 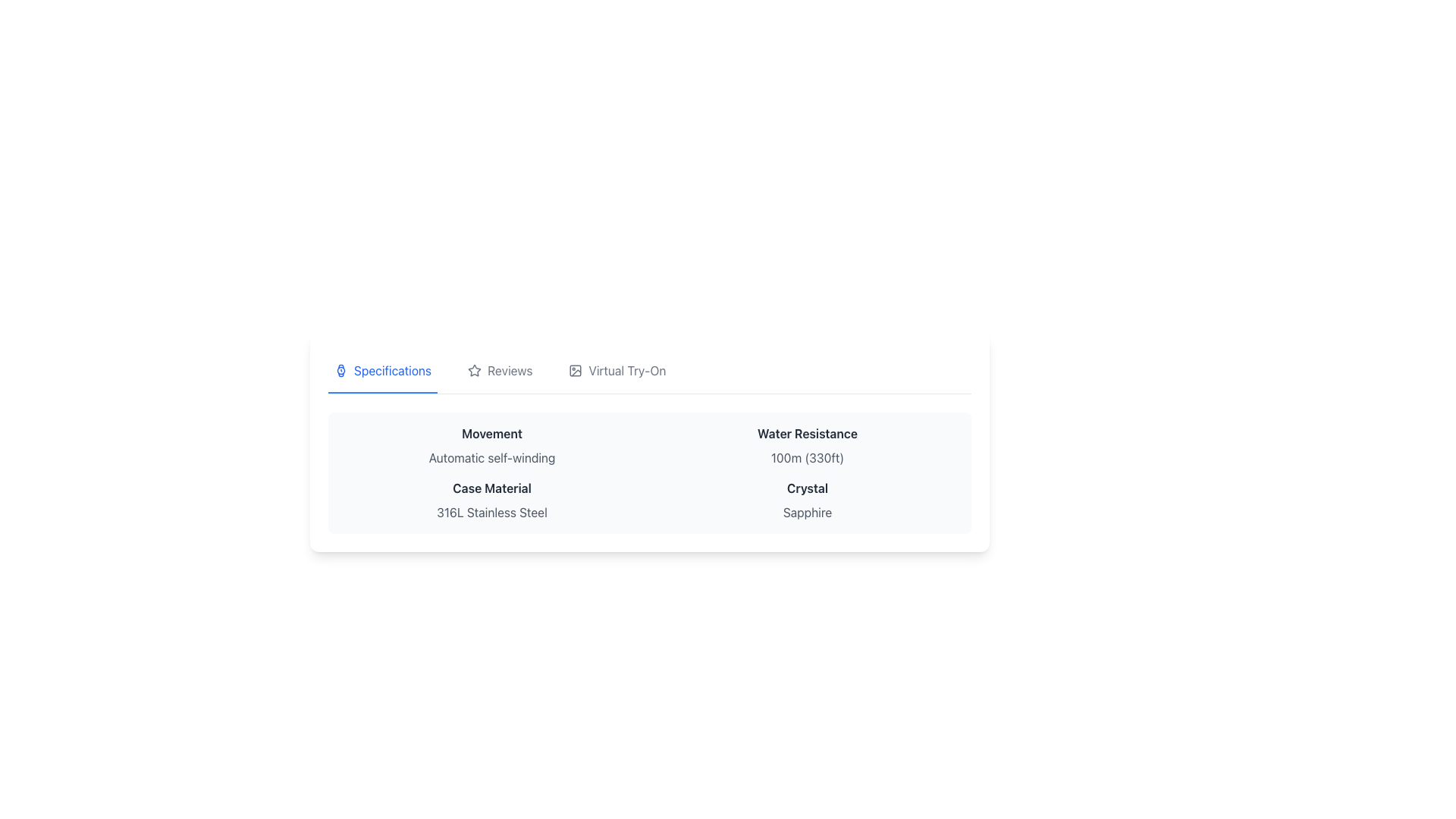 What do you see at coordinates (627, 371) in the screenshot?
I see `the static text label displaying 'Virtual Try-On' which is styled in gray and positioned to the right of an icon` at bounding box center [627, 371].